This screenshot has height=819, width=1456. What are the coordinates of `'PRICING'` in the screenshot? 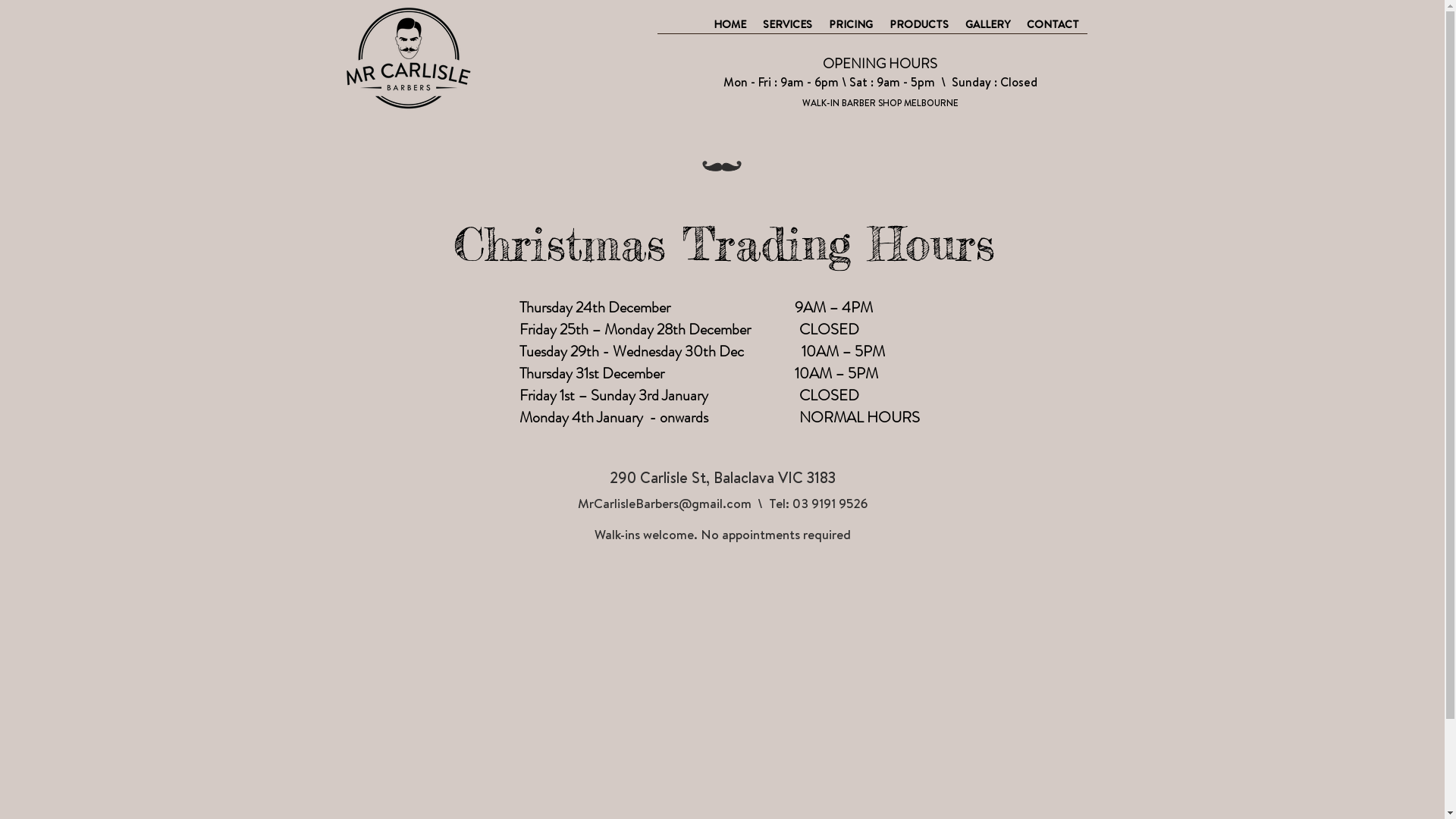 It's located at (851, 29).